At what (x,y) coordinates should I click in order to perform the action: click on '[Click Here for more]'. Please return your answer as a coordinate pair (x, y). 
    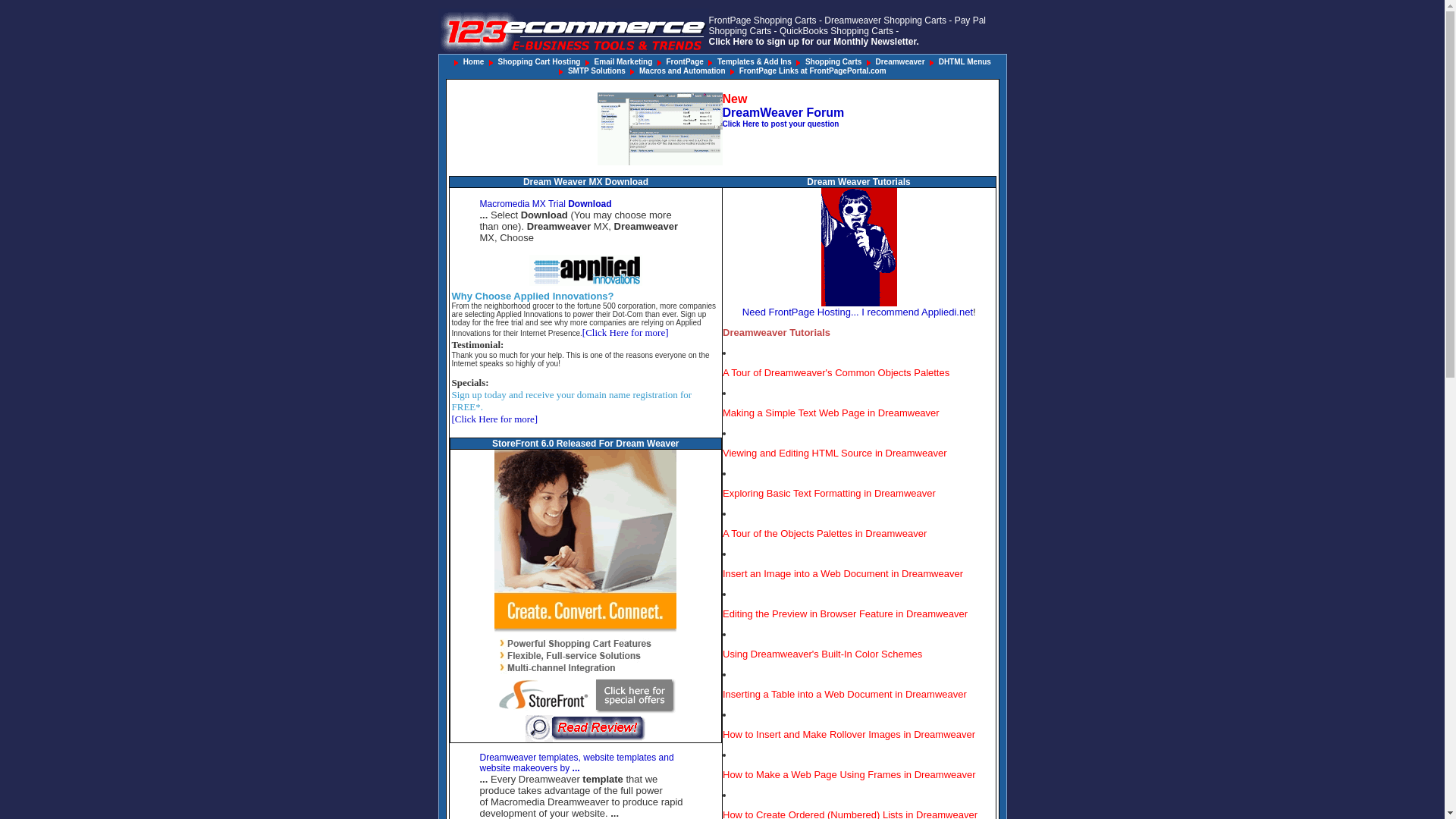
    Looking at the image, I should click on (582, 331).